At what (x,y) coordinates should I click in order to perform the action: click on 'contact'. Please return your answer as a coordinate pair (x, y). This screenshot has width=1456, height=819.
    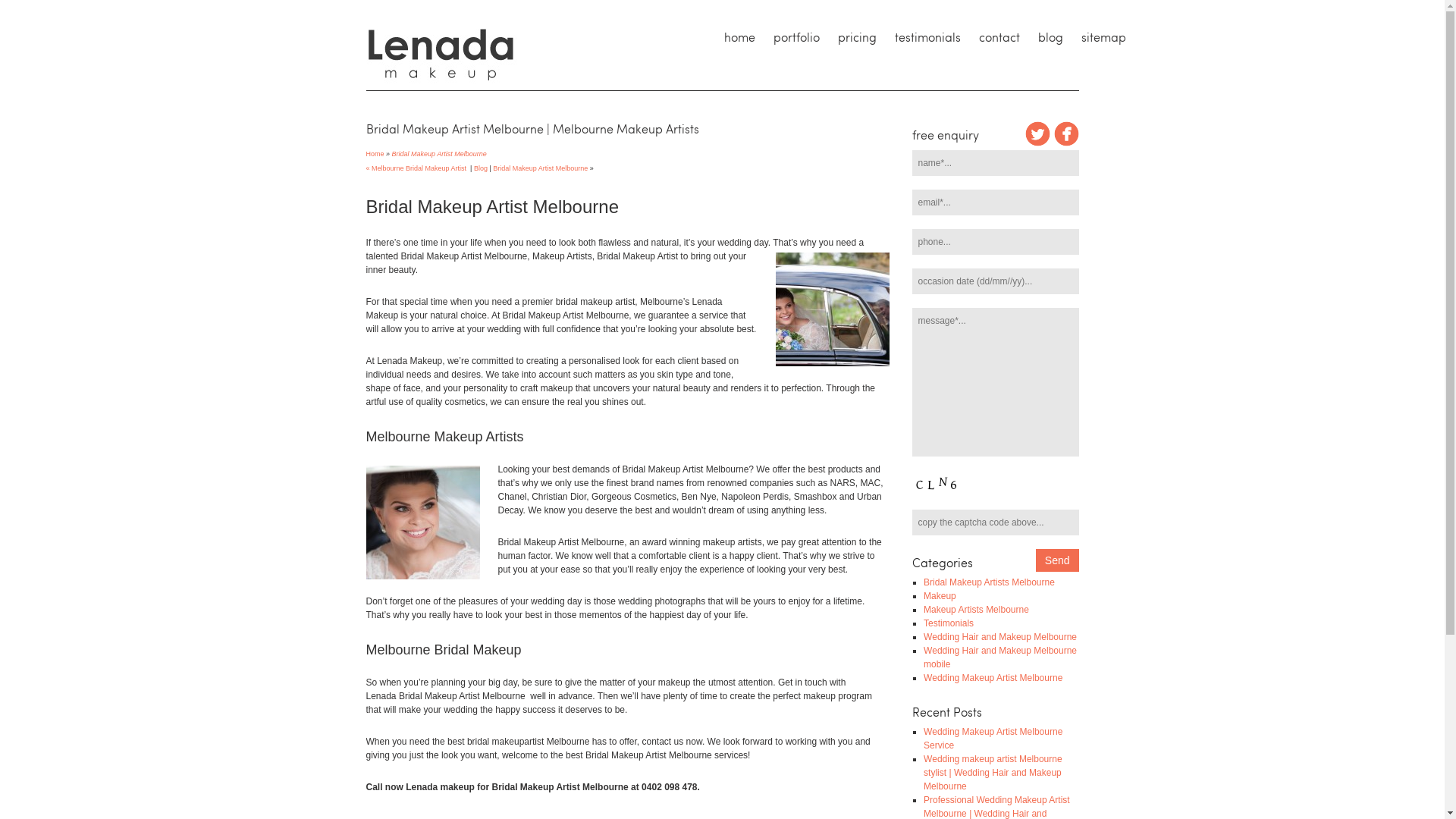
    Looking at the image, I should click on (968, 36).